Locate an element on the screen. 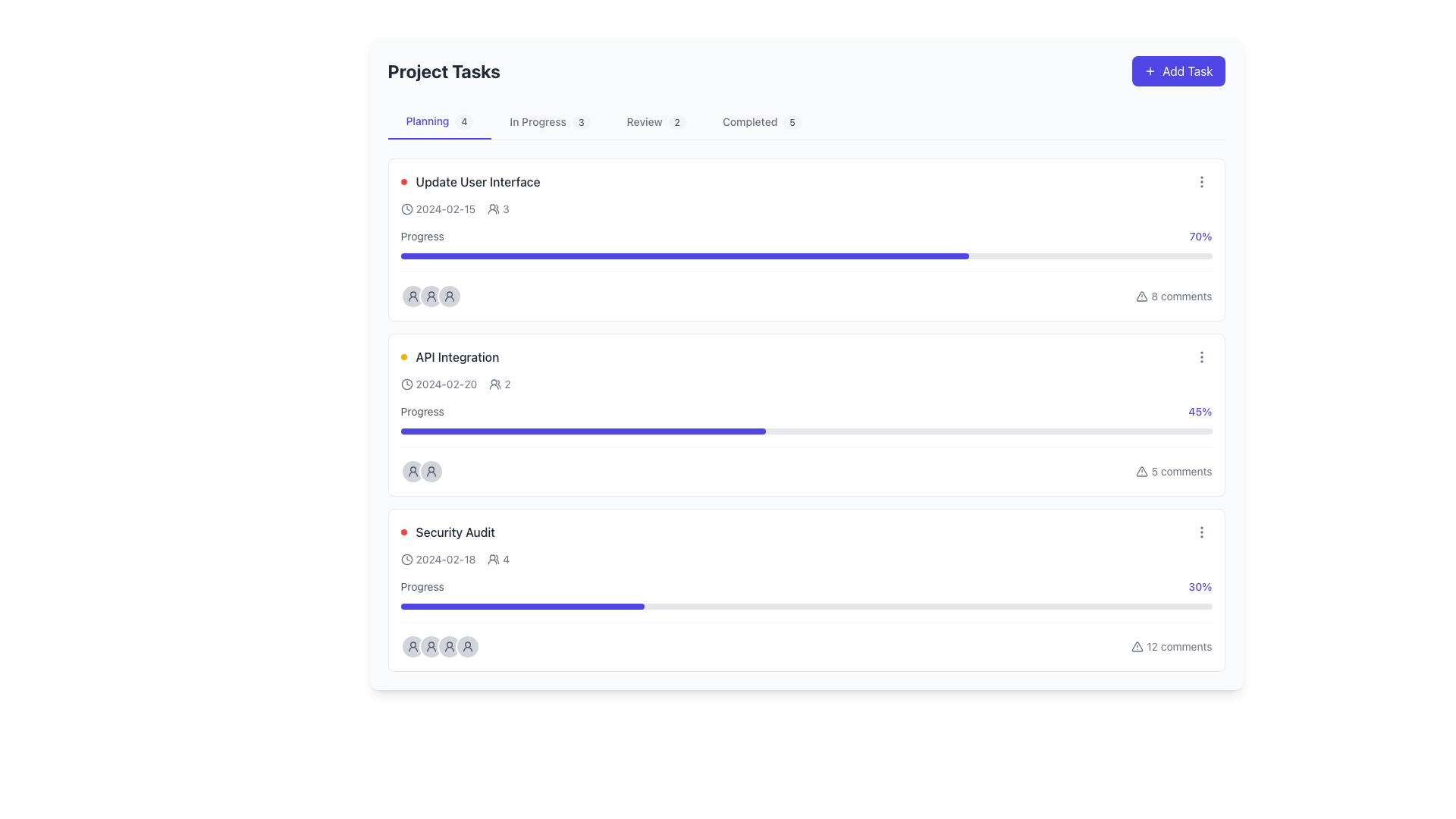  the visual progress of the progress bar labeled 'Progress' indicating '45%' in the 'API Integration' section is located at coordinates (805, 419).